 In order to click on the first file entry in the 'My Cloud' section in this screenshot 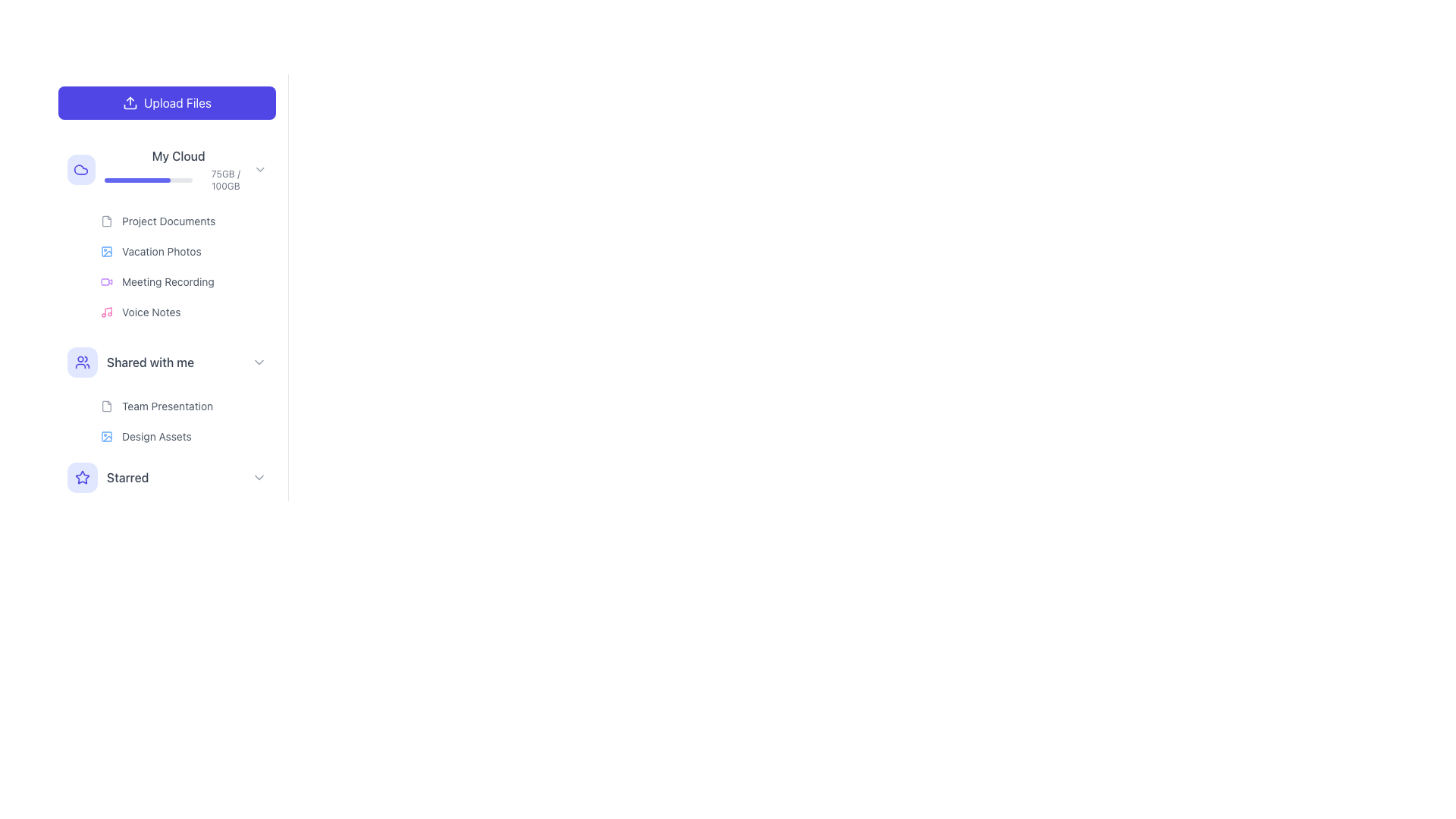, I will do `click(184, 221)`.